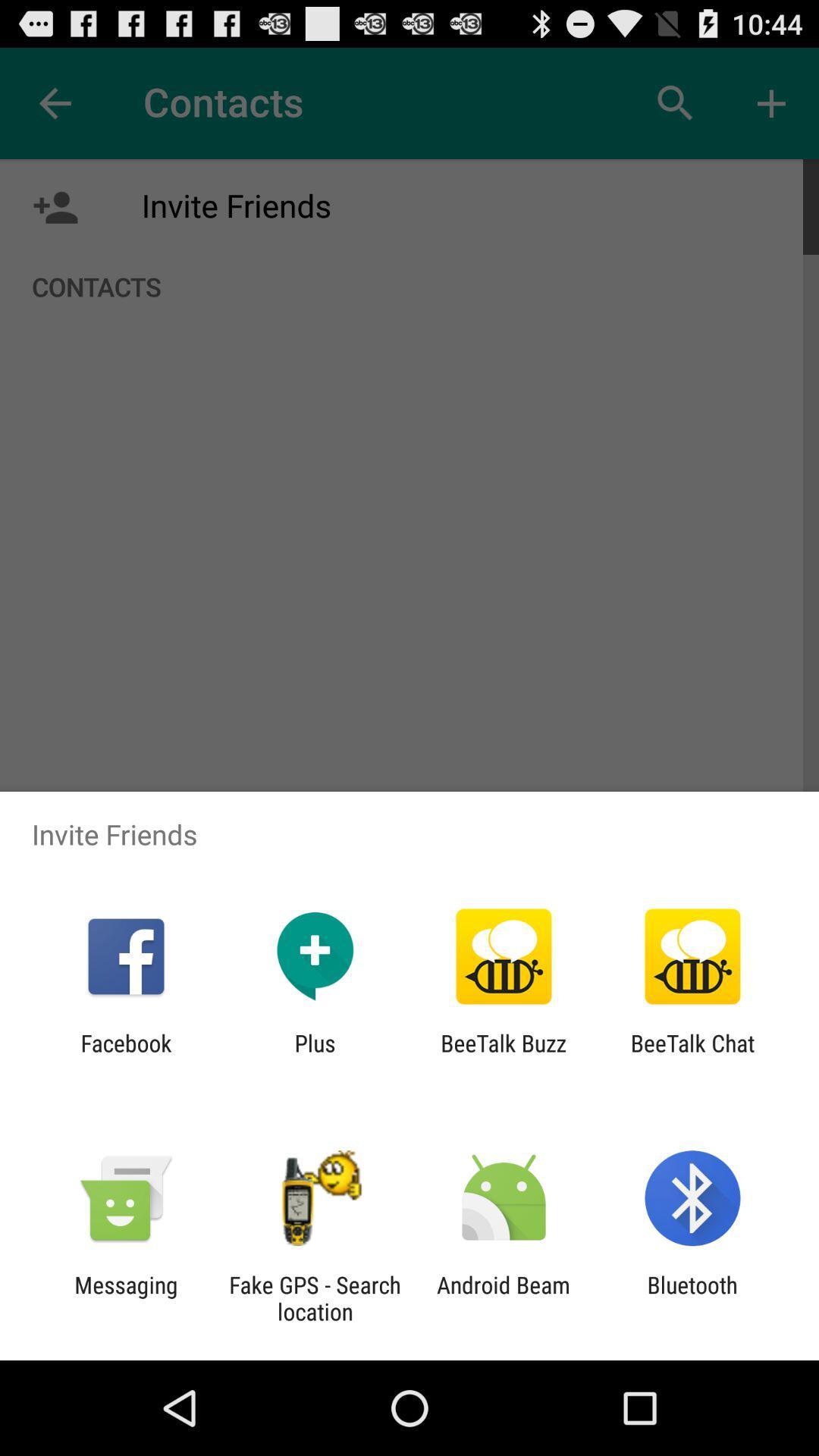  Describe the element at coordinates (125, 1056) in the screenshot. I see `the item next to the plus app` at that location.